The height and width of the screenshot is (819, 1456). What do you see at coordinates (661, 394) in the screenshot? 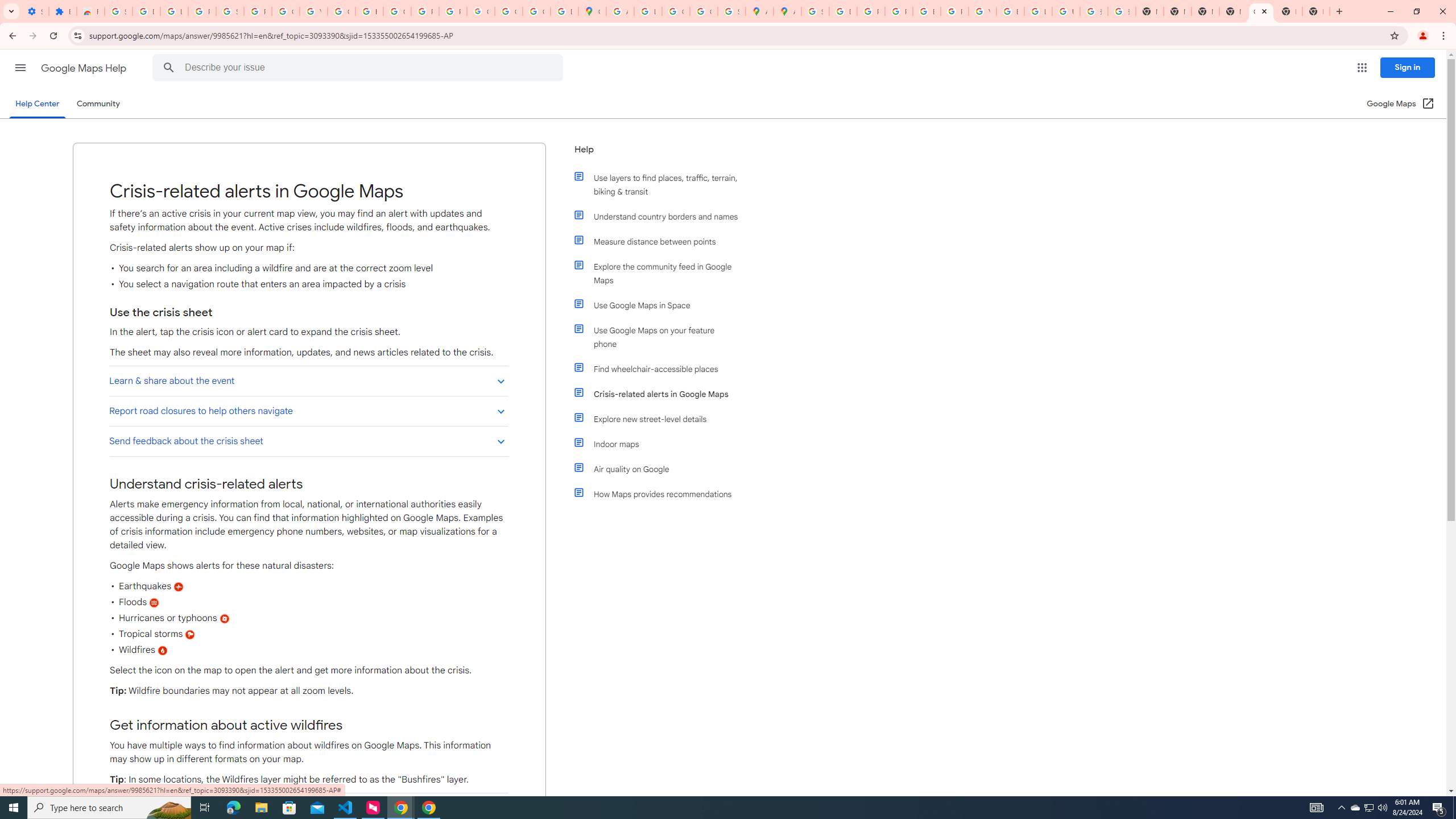
I see `'Crisis-related alerts in Google Maps'` at bounding box center [661, 394].